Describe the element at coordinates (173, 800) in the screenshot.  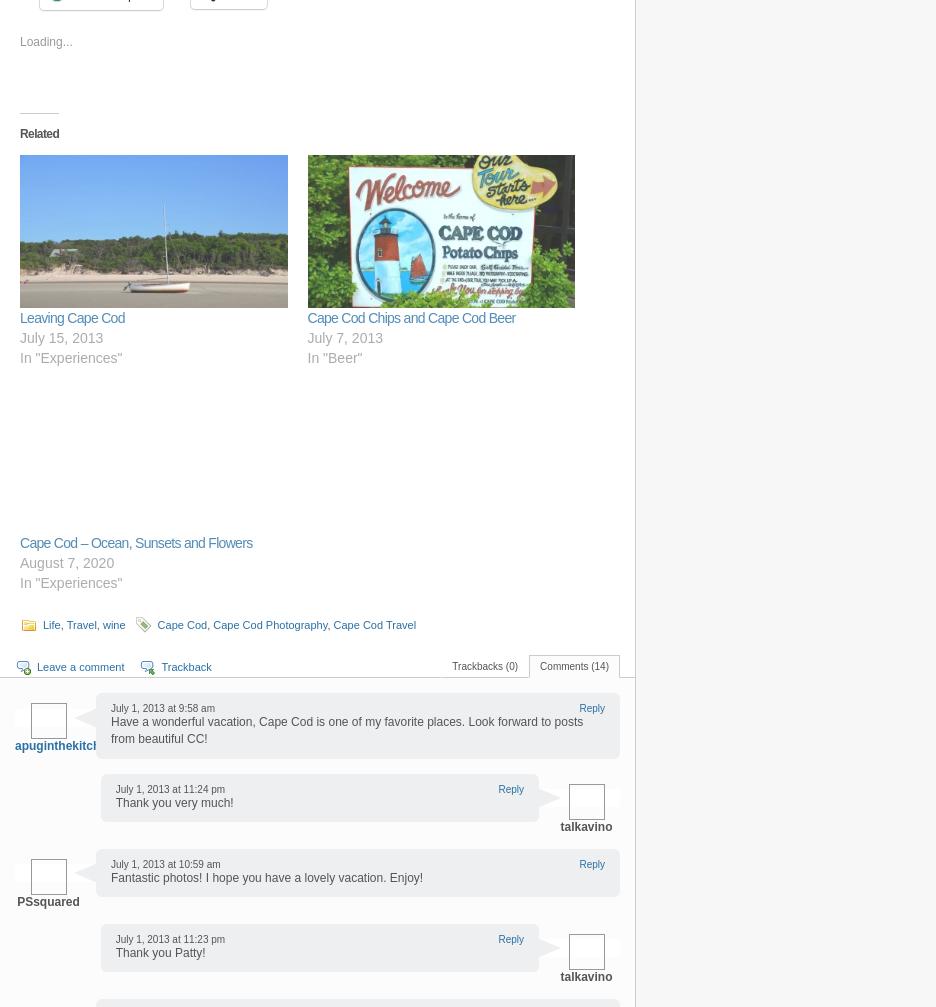
I see `'Thank you very much!'` at that location.